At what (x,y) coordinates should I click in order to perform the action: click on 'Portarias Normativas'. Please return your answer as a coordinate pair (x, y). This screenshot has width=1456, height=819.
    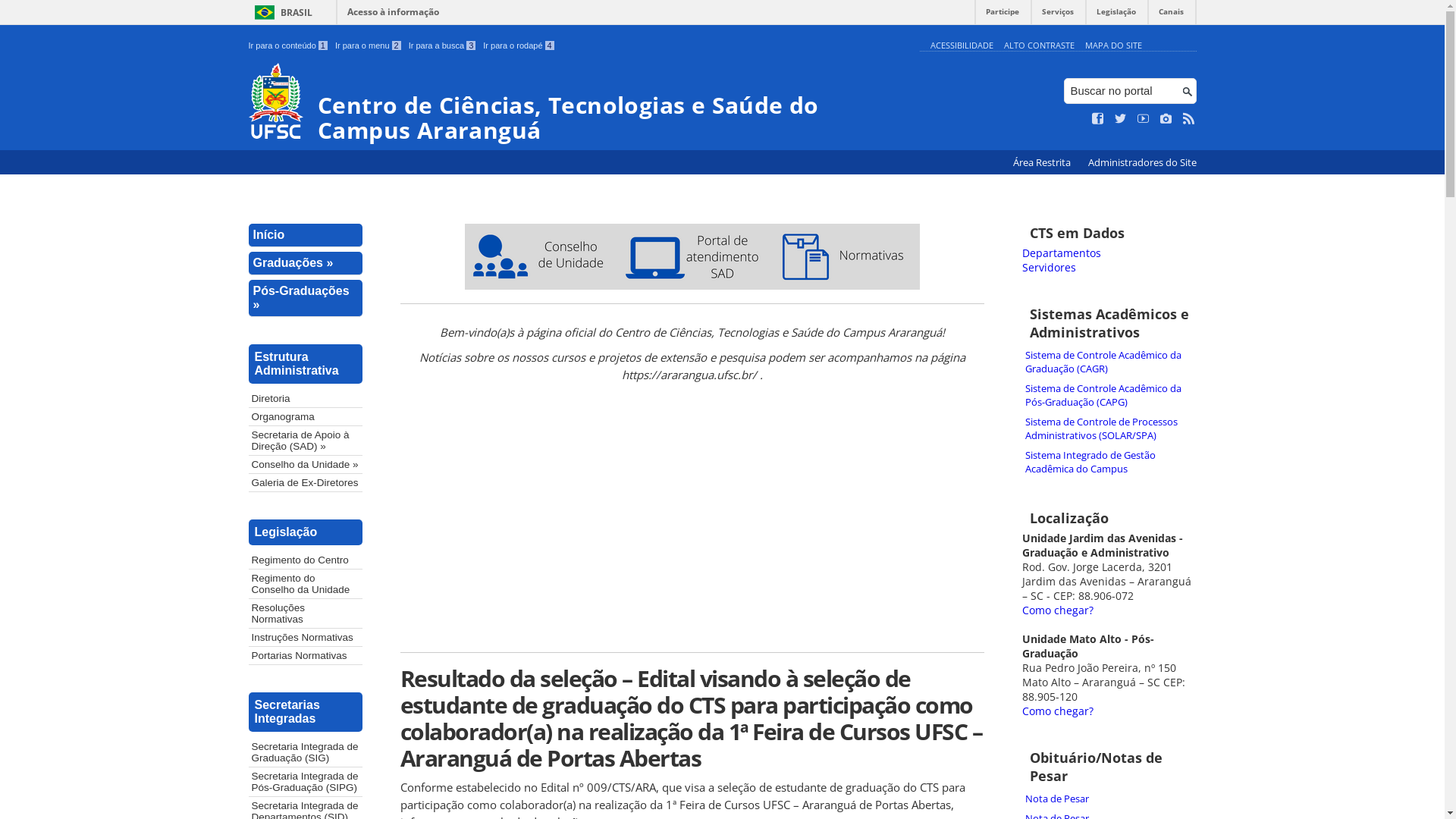
    Looking at the image, I should click on (305, 654).